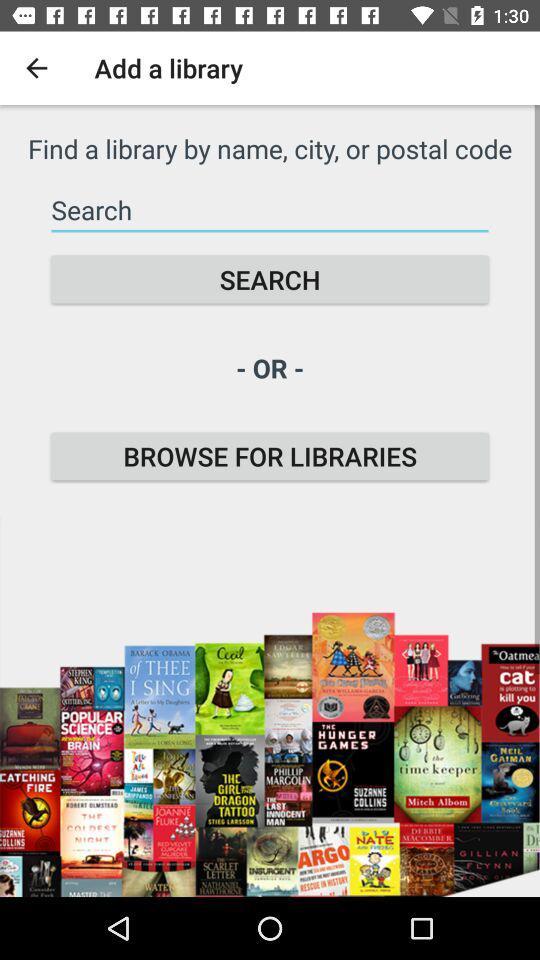 The width and height of the screenshot is (540, 960). I want to click on the browse for libraries, so click(270, 456).